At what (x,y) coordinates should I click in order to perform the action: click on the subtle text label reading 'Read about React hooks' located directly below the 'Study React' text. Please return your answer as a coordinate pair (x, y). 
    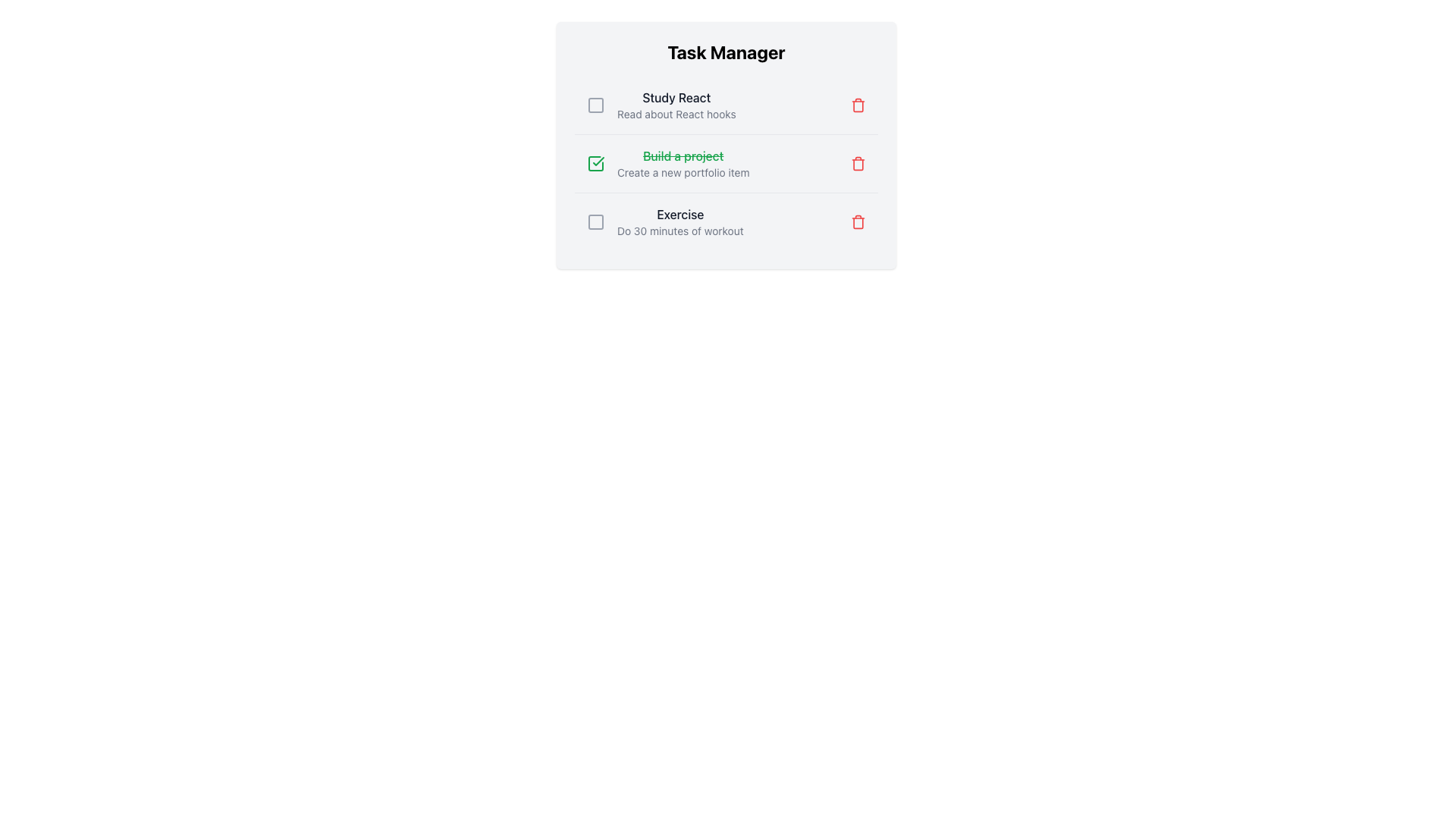
    Looking at the image, I should click on (676, 113).